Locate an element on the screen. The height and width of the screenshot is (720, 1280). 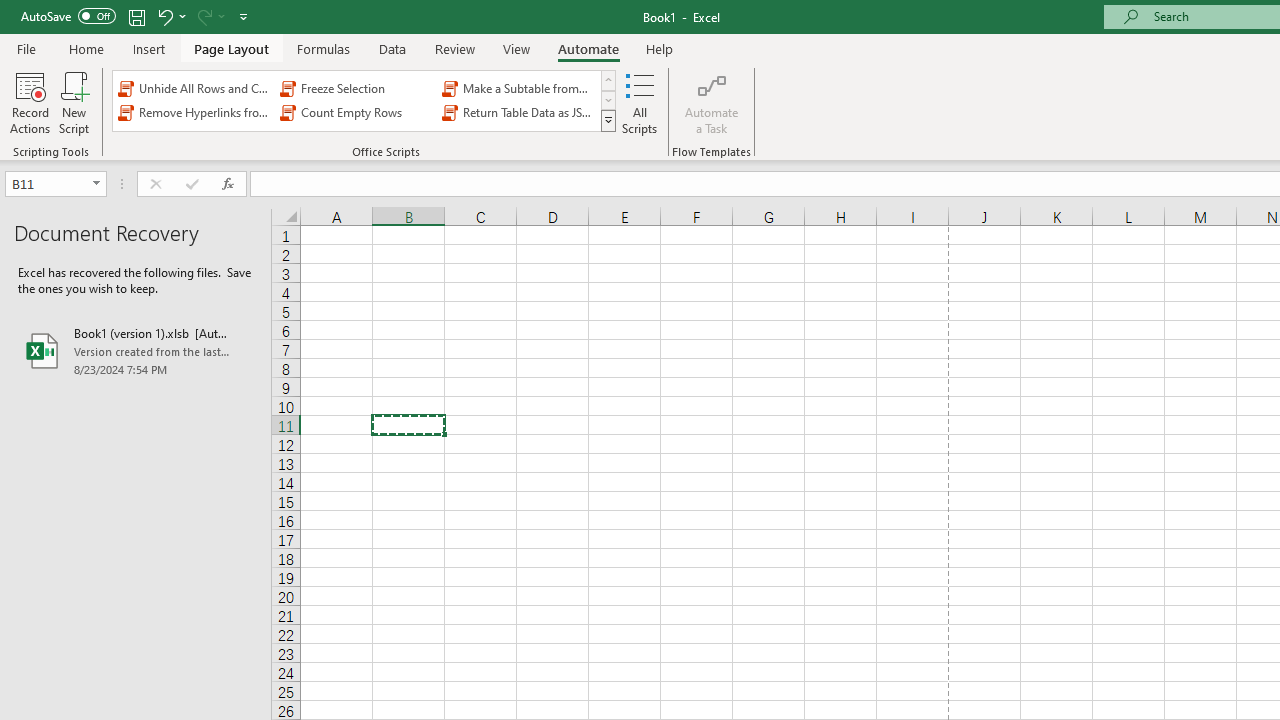
'Freeze Selection' is located at coordinates (357, 87).